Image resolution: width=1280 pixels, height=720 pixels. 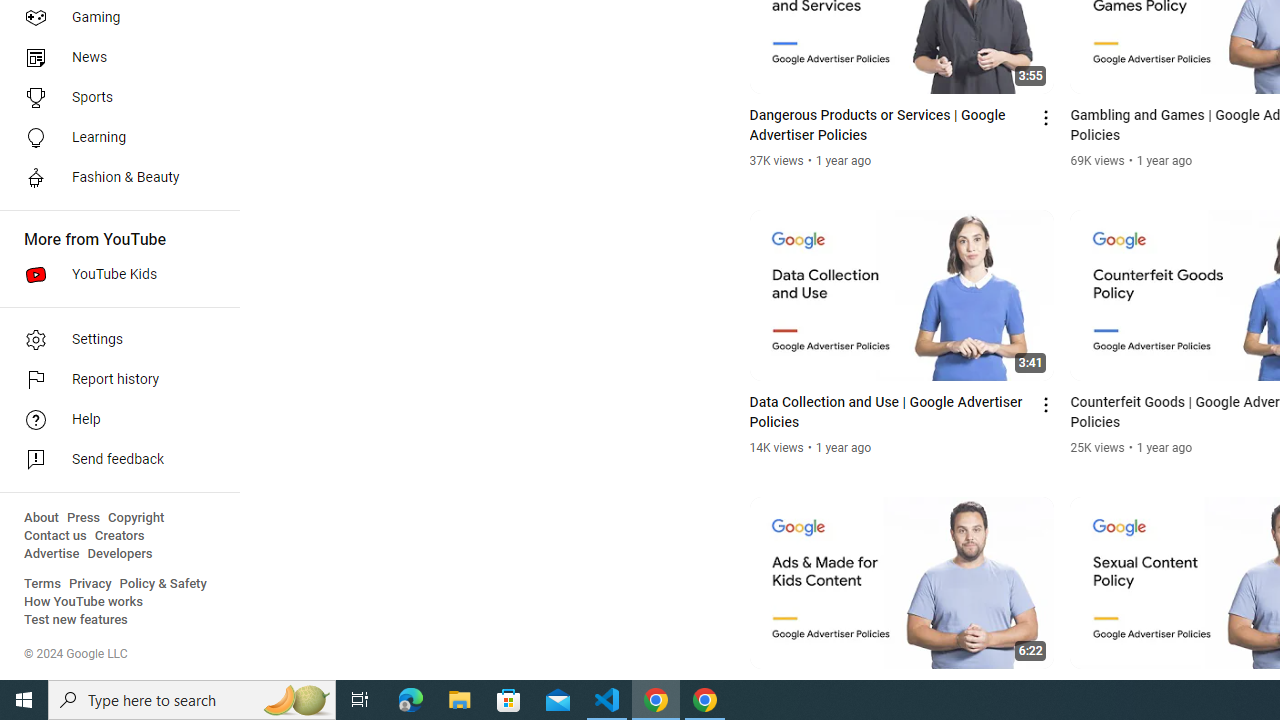 I want to click on 'Help', so click(x=112, y=419).